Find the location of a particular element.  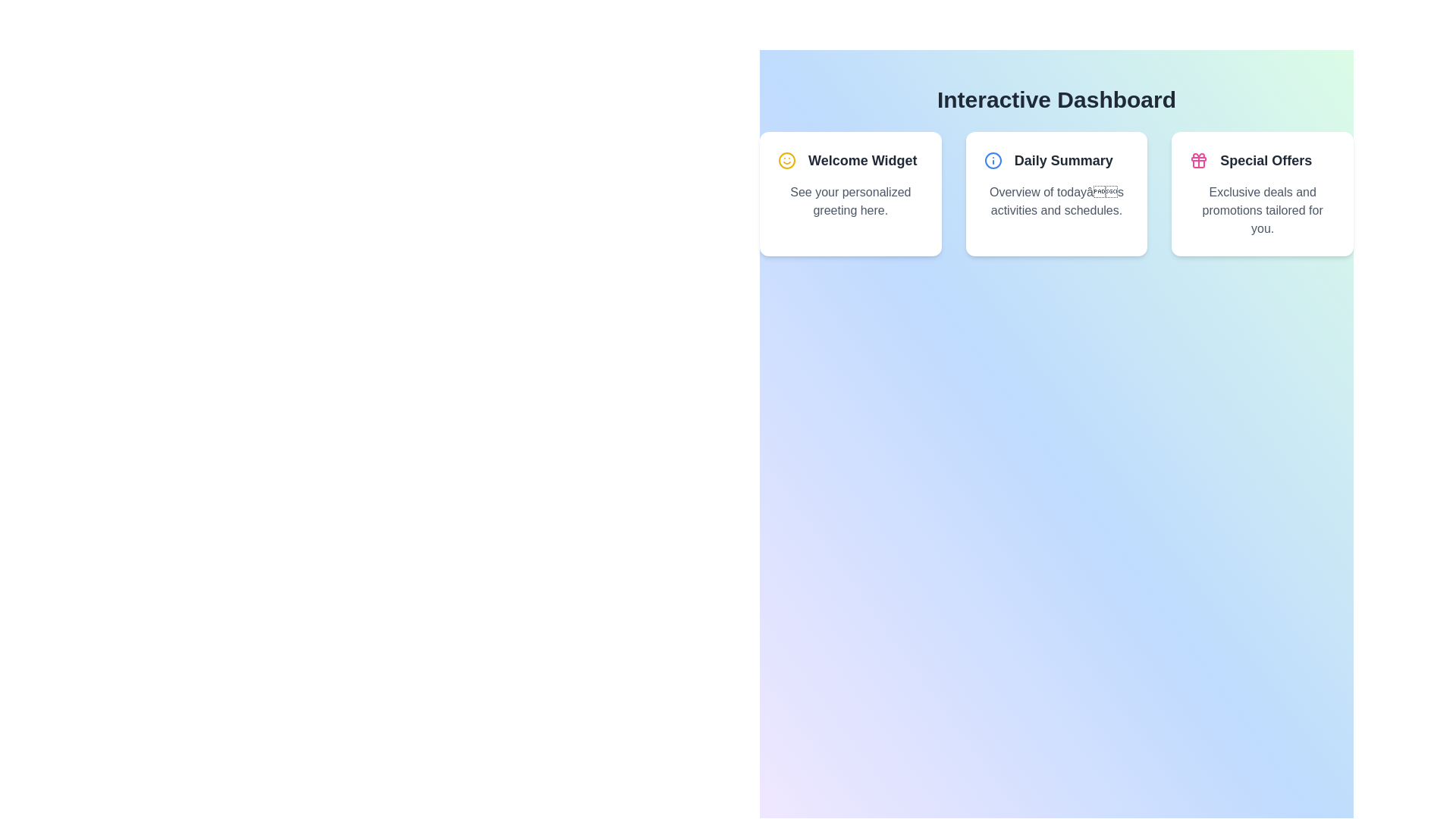

greeting message from the informational card located at the top-left corner of the interface, which is the first card in a grid layout is located at coordinates (850, 193).